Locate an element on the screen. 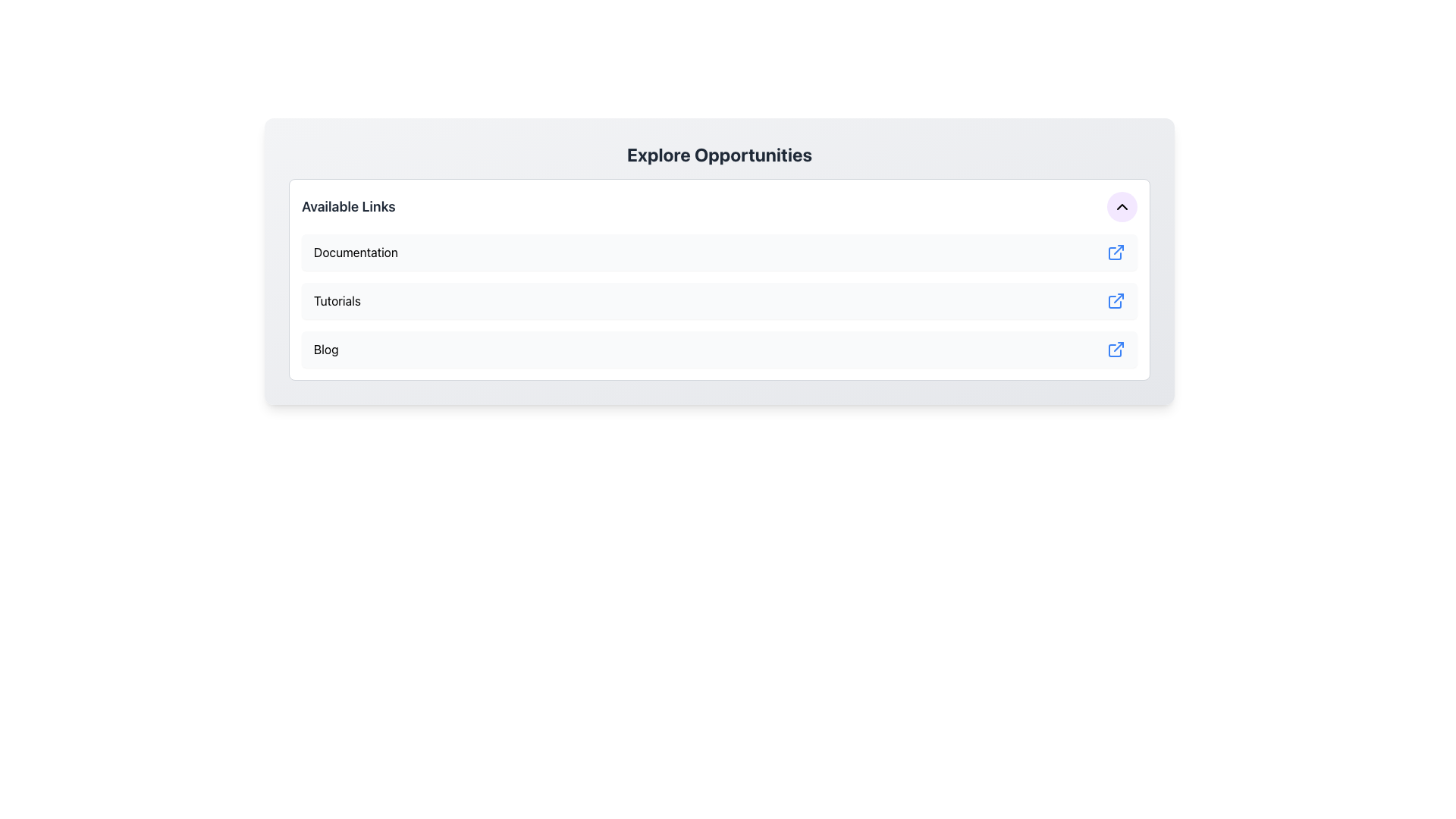 The height and width of the screenshot is (819, 1456). the 'Blog' text label, which is the first item in the menu-like structure is located at coordinates (325, 350).